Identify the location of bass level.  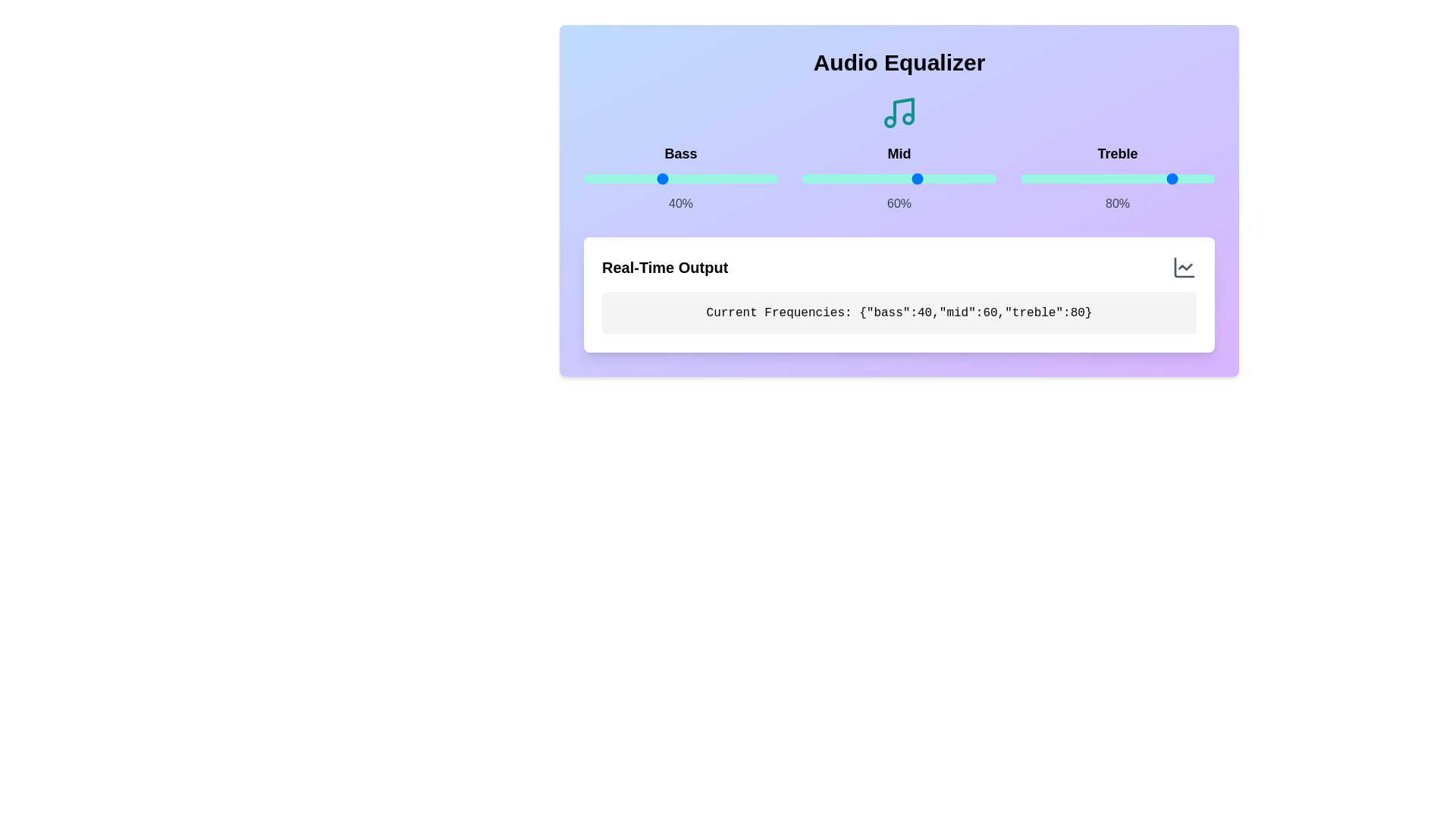
(755, 177).